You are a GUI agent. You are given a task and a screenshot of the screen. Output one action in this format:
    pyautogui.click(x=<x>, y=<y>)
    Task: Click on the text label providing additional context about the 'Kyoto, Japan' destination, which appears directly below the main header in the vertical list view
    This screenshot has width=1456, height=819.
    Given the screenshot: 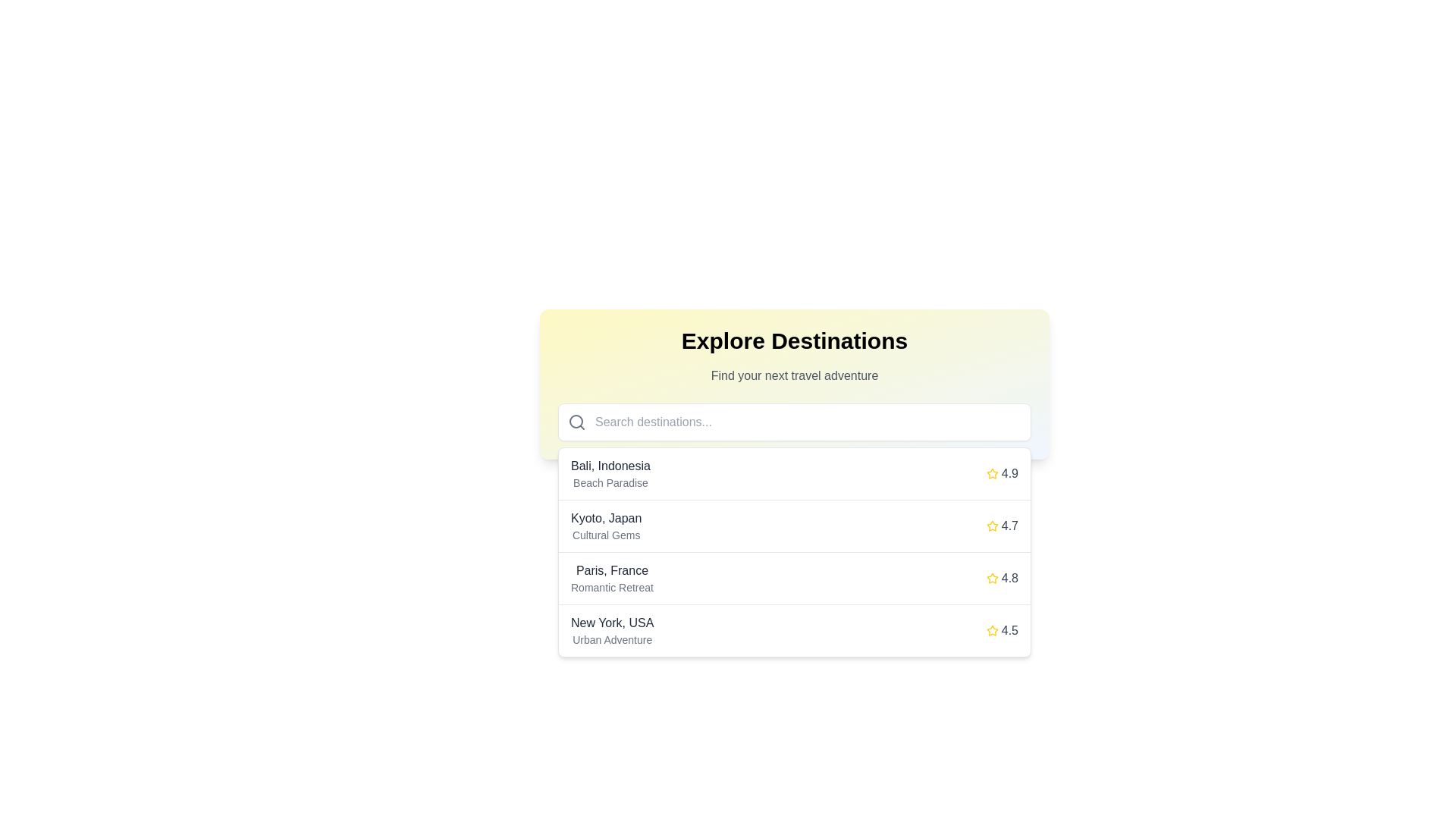 What is the action you would take?
    pyautogui.click(x=605, y=534)
    